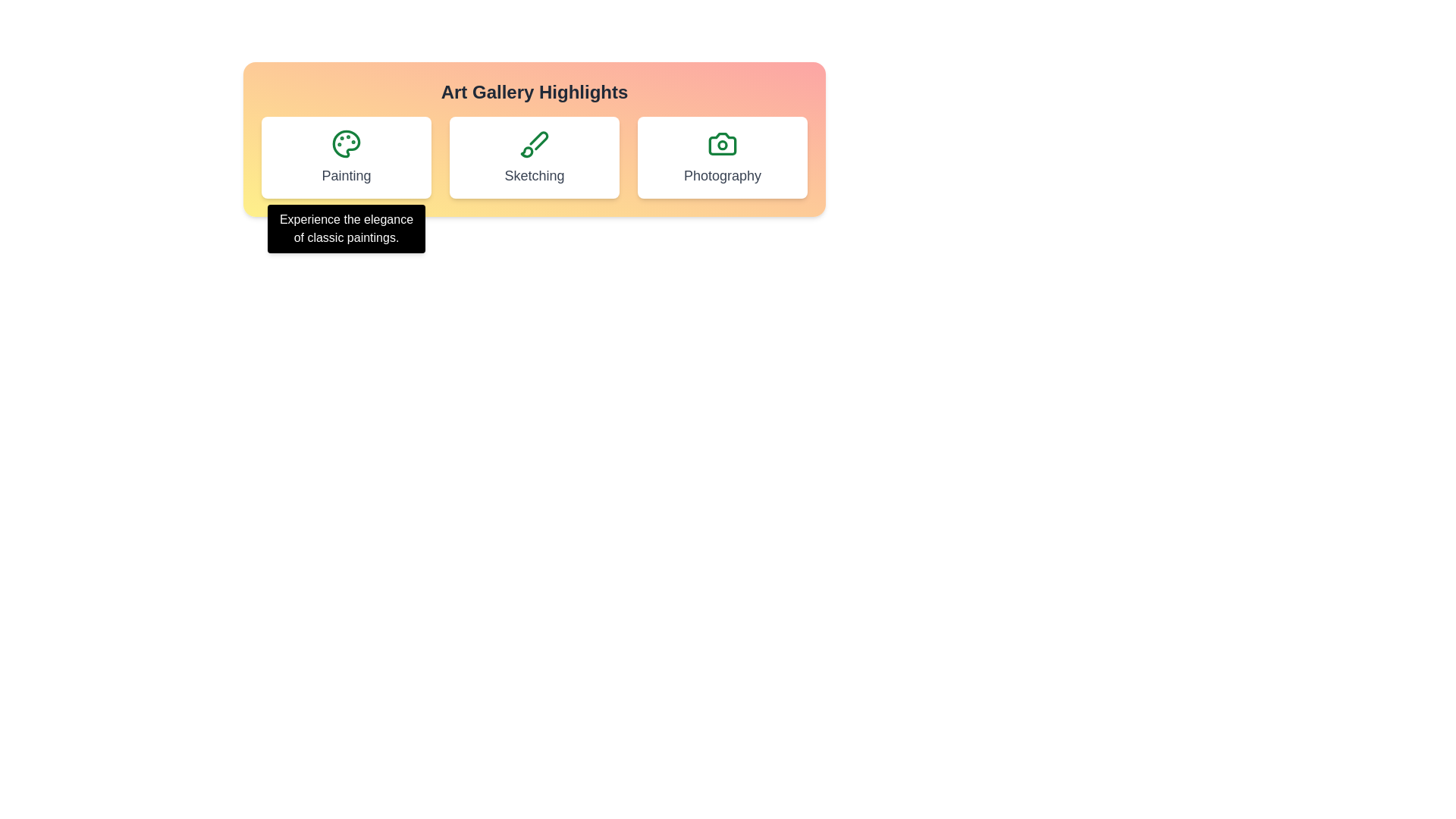 Image resolution: width=1456 pixels, height=819 pixels. I want to click on the painter's palette icon in the painting section, which is the leftmost option among the three categories under 'Art Gallery Highlights', so click(345, 143).